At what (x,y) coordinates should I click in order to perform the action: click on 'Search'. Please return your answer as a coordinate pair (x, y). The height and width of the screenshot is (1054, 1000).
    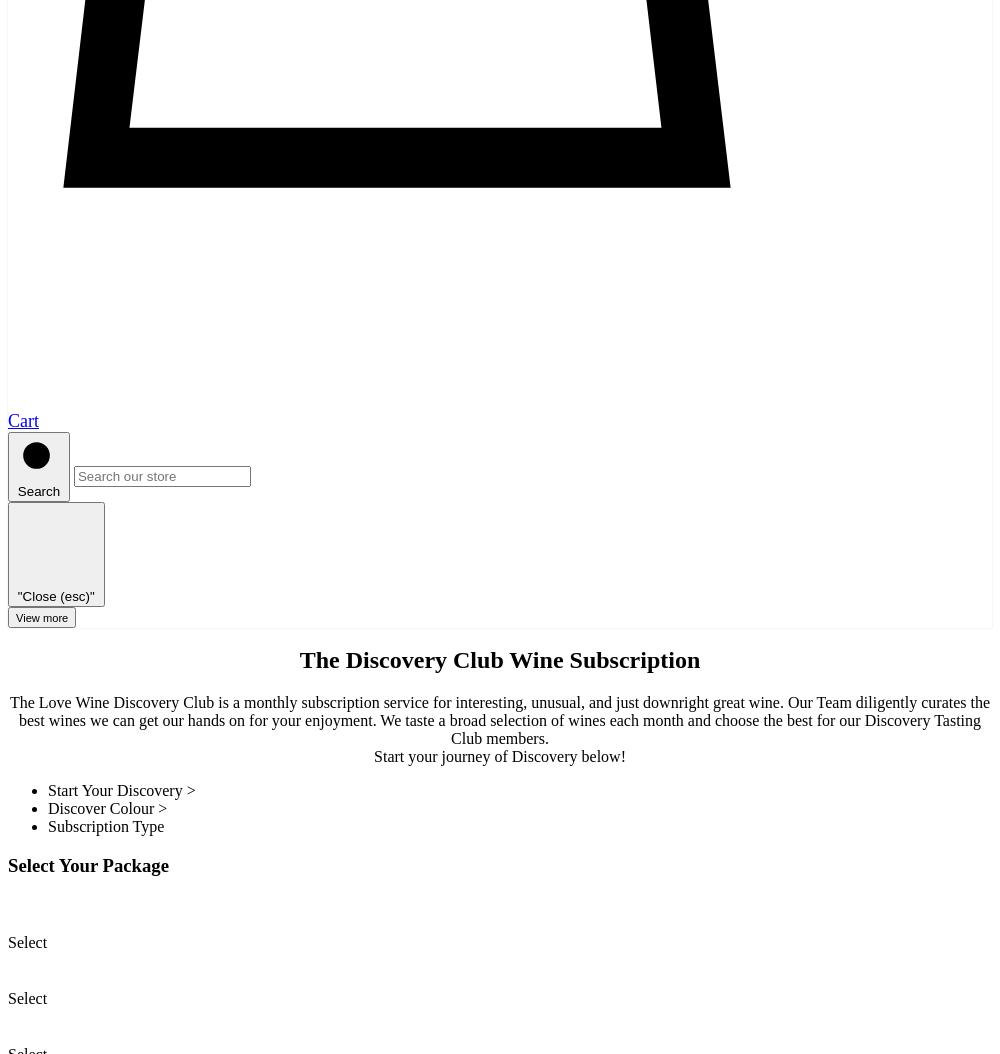
    Looking at the image, I should click on (17, 490).